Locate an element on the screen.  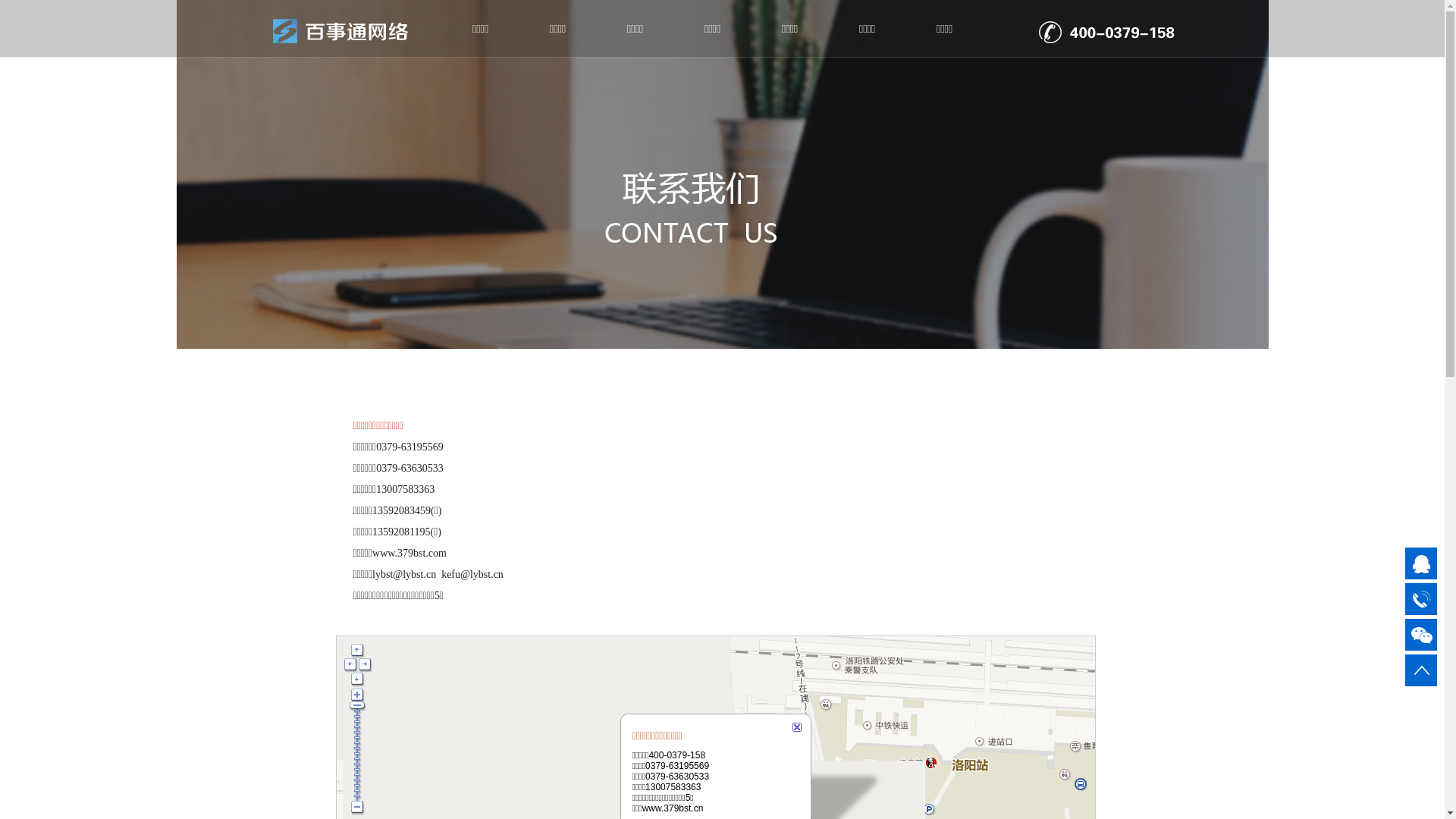
'kefu@lybst.cn' is located at coordinates (472, 573).